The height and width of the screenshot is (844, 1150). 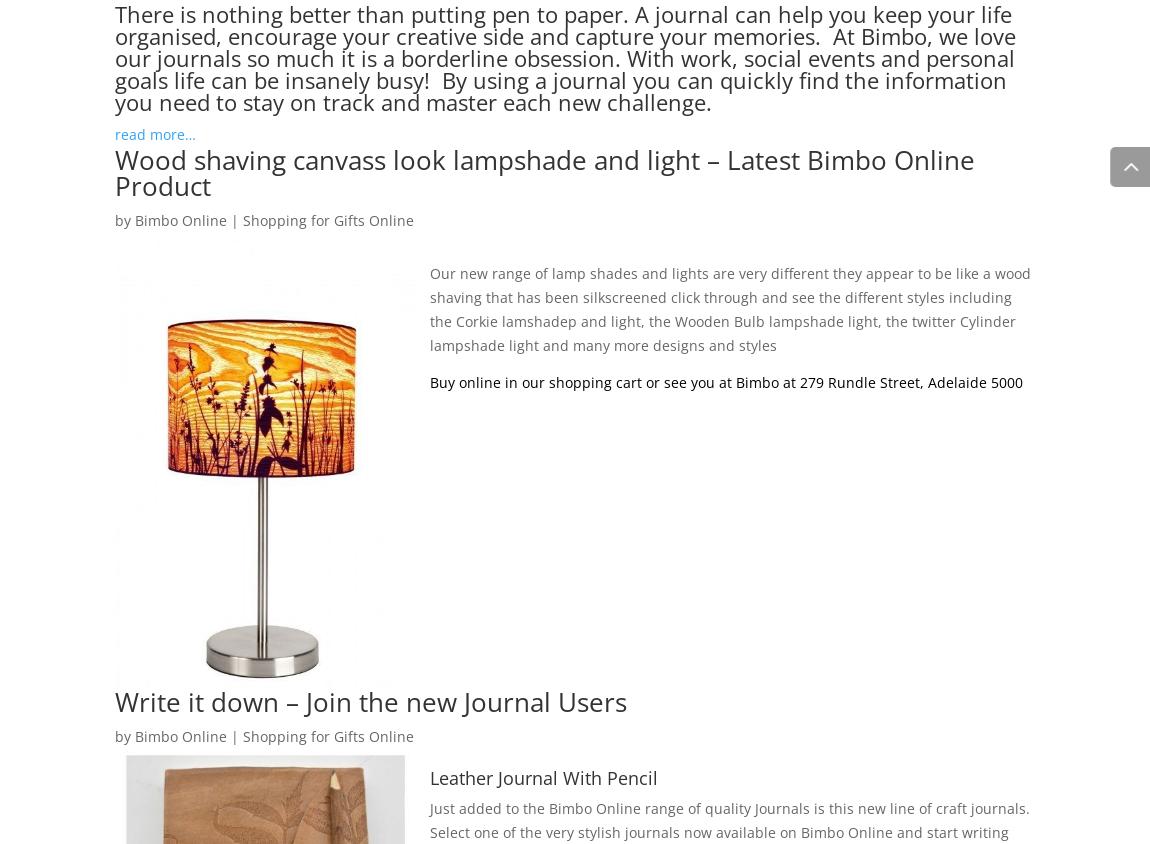 What do you see at coordinates (543, 776) in the screenshot?
I see `'Leather Journal With Pencil'` at bounding box center [543, 776].